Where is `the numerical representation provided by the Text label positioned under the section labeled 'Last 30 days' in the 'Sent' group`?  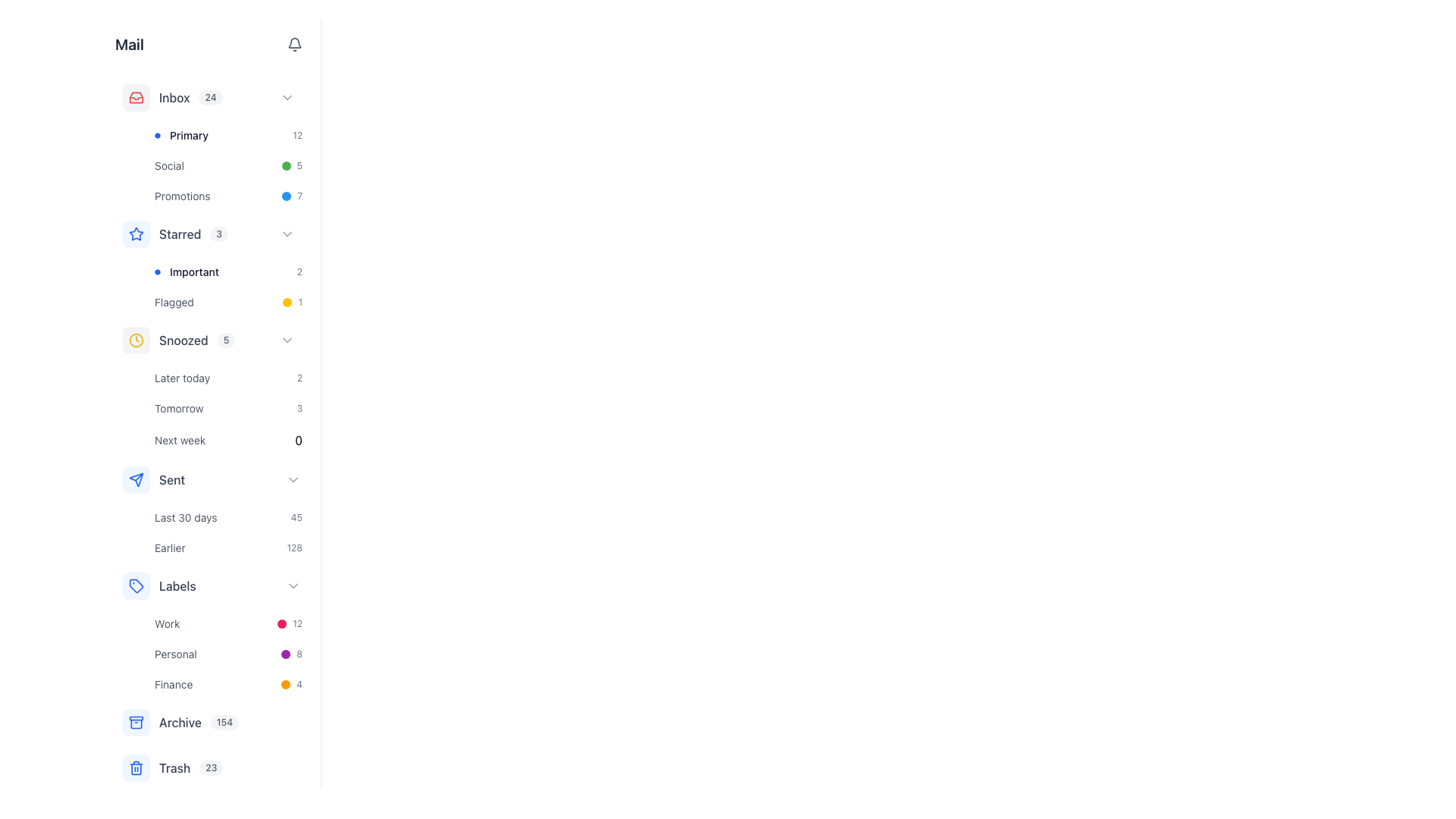
the numerical representation provided by the Text label positioned under the section labeled 'Last 30 days' in the 'Sent' group is located at coordinates (297, 516).